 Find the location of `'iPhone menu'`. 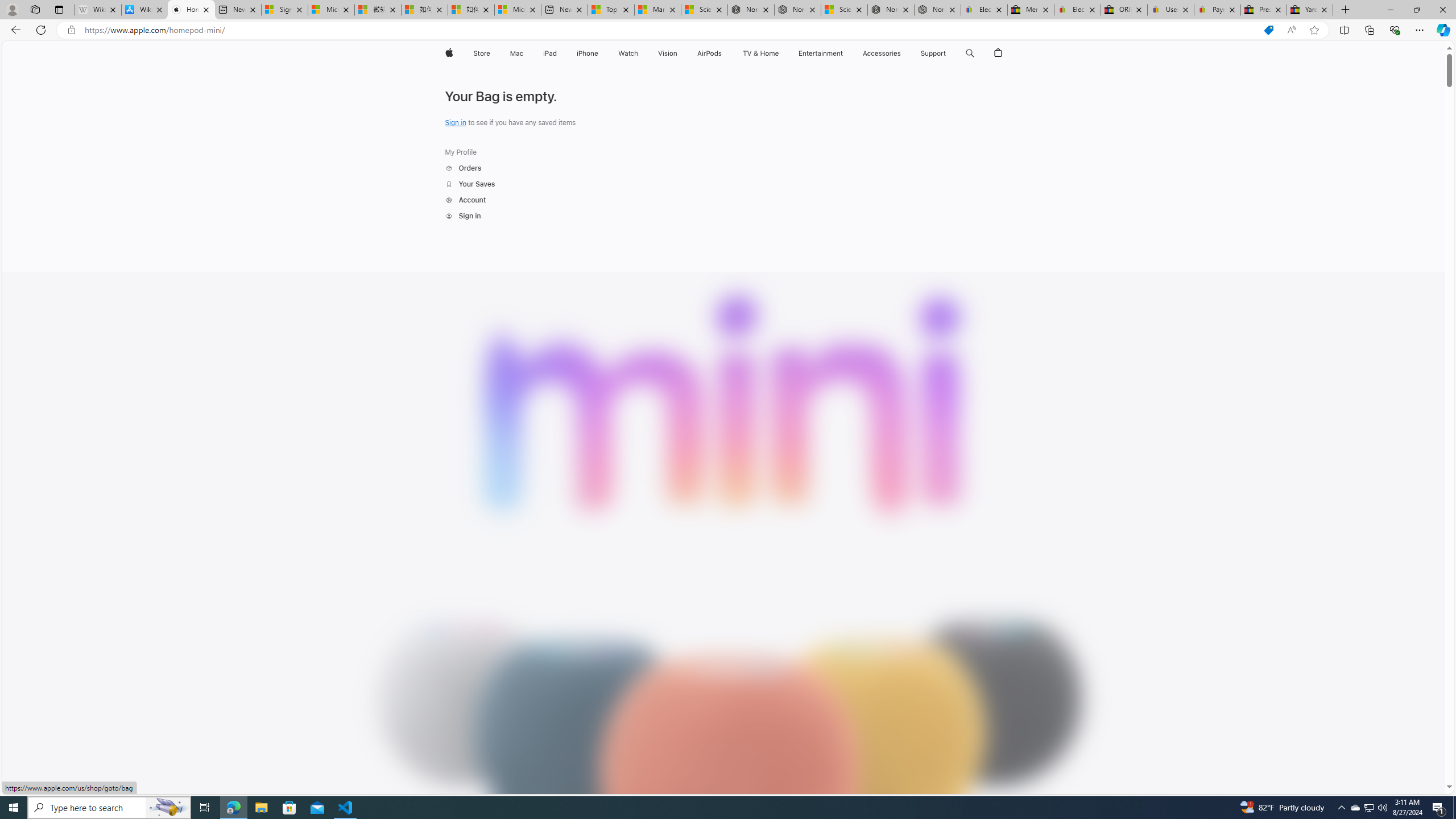

'iPhone menu' is located at coordinates (600, 53).